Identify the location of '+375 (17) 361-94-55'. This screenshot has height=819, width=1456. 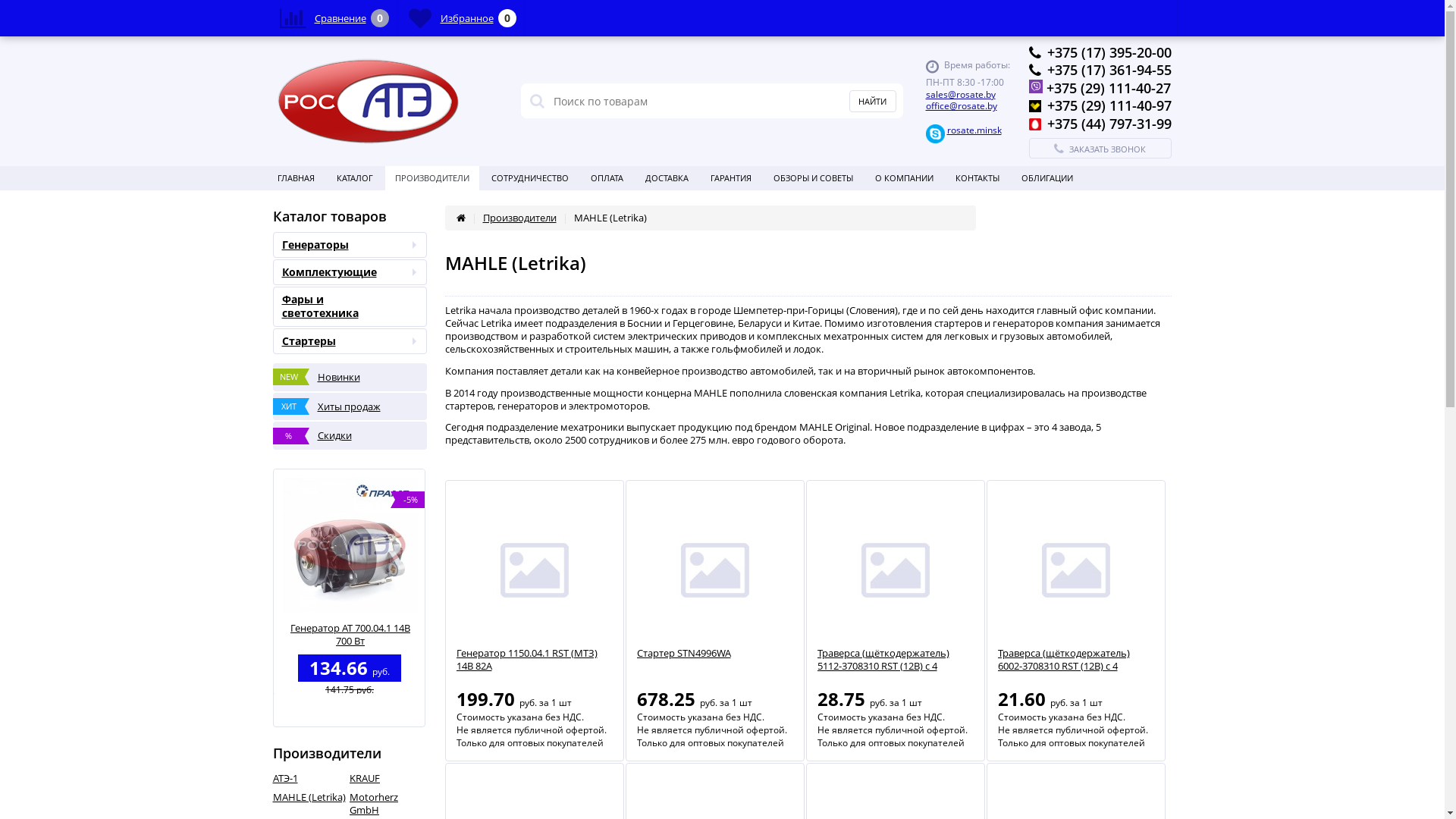
(1109, 70).